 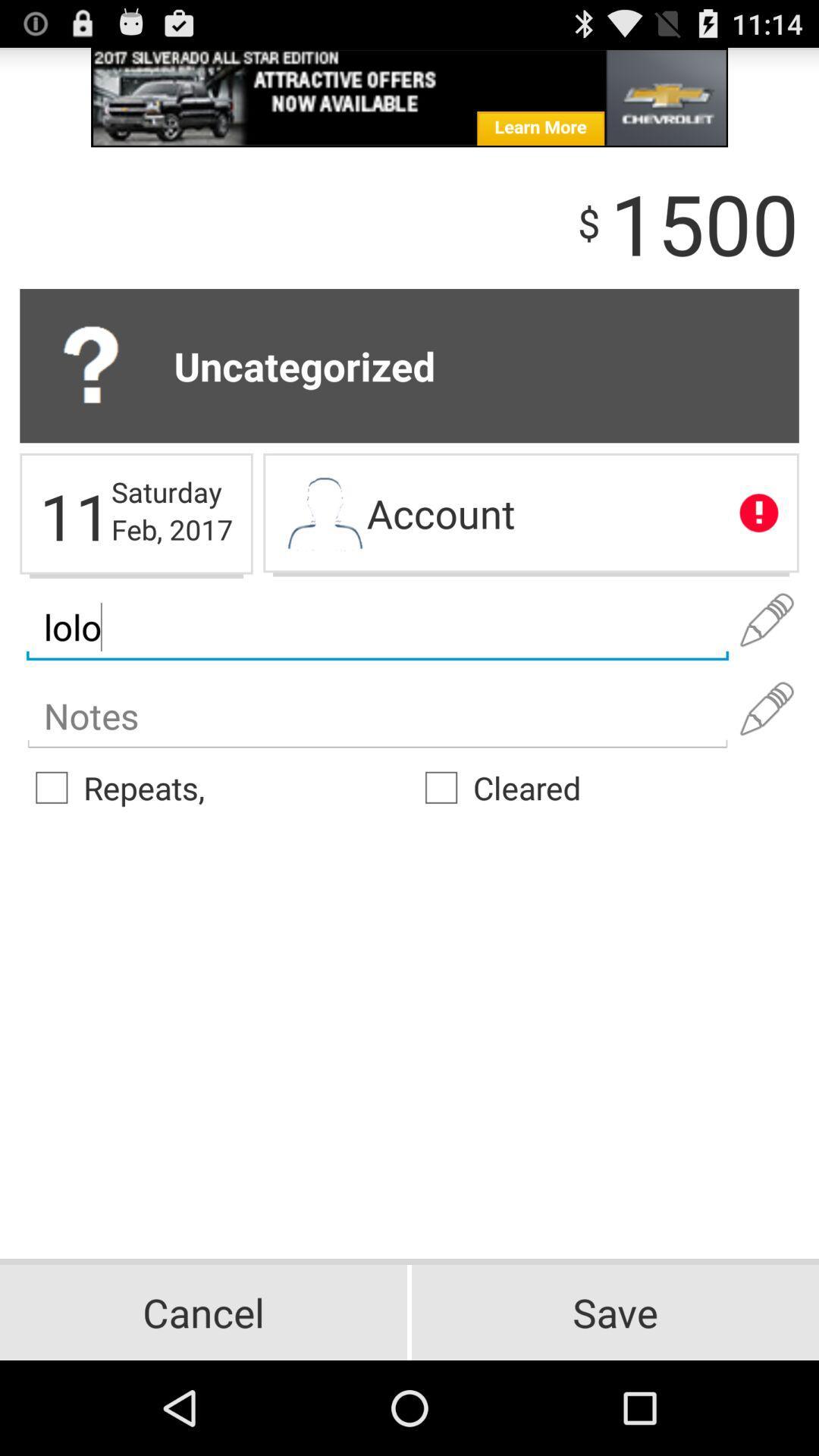 I want to click on account, so click(x=324, y=515).